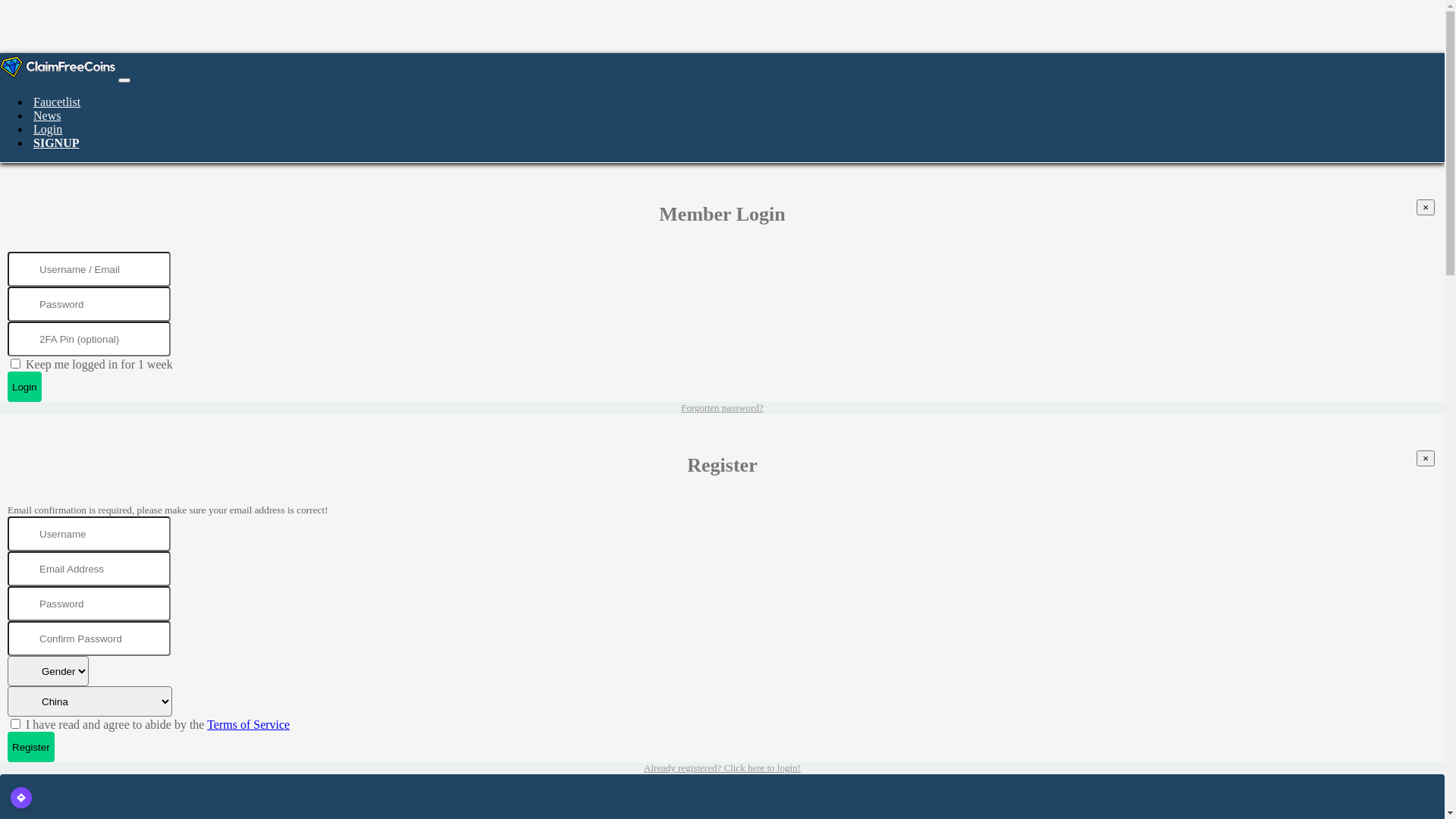 The height and width of the screenshot is (819, 1456). I want to click on 'Terms of Service', so click(248, 723).